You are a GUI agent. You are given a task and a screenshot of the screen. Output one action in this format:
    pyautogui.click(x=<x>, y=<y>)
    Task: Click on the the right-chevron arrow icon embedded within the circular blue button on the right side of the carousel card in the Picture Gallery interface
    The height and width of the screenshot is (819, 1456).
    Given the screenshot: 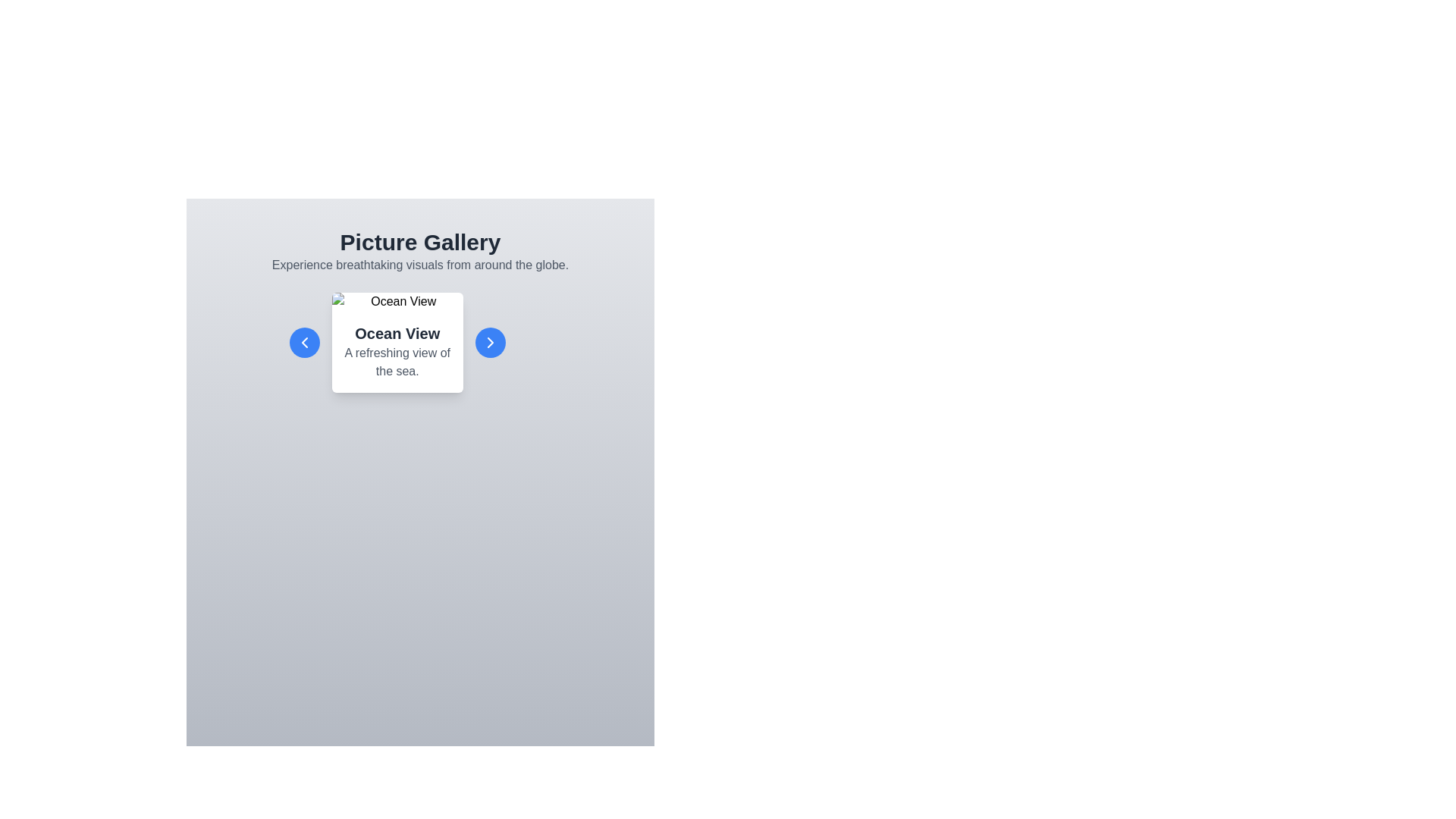 What is the action you would take?
    pyautogui.click(x=490, y=342)
    